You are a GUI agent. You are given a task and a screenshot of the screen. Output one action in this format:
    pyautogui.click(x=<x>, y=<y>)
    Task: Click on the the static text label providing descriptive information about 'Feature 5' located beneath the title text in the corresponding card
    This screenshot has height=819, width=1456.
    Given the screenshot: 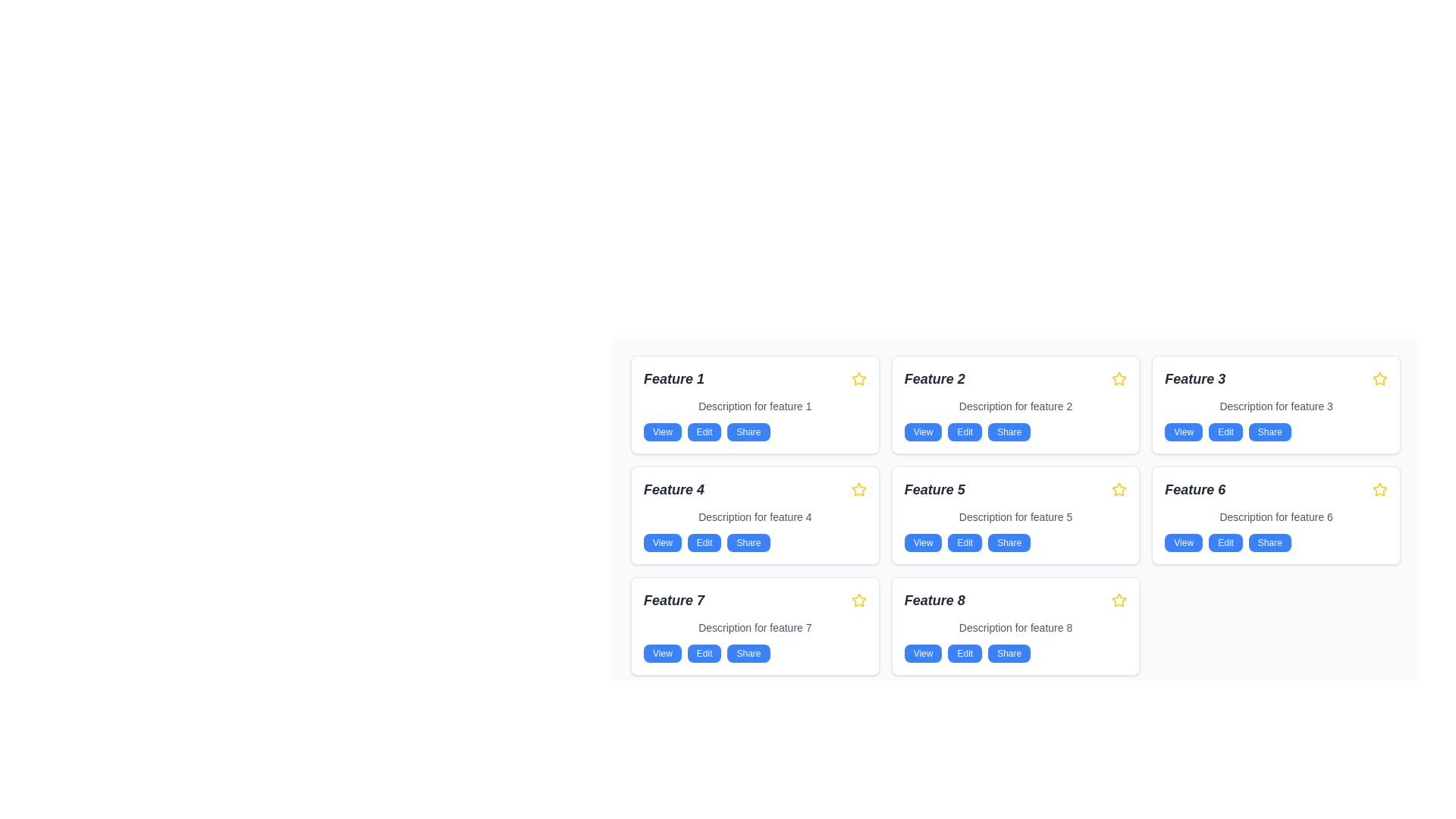 What is the action you would take?
    pyautogui.click(x=1015, y=516)
    